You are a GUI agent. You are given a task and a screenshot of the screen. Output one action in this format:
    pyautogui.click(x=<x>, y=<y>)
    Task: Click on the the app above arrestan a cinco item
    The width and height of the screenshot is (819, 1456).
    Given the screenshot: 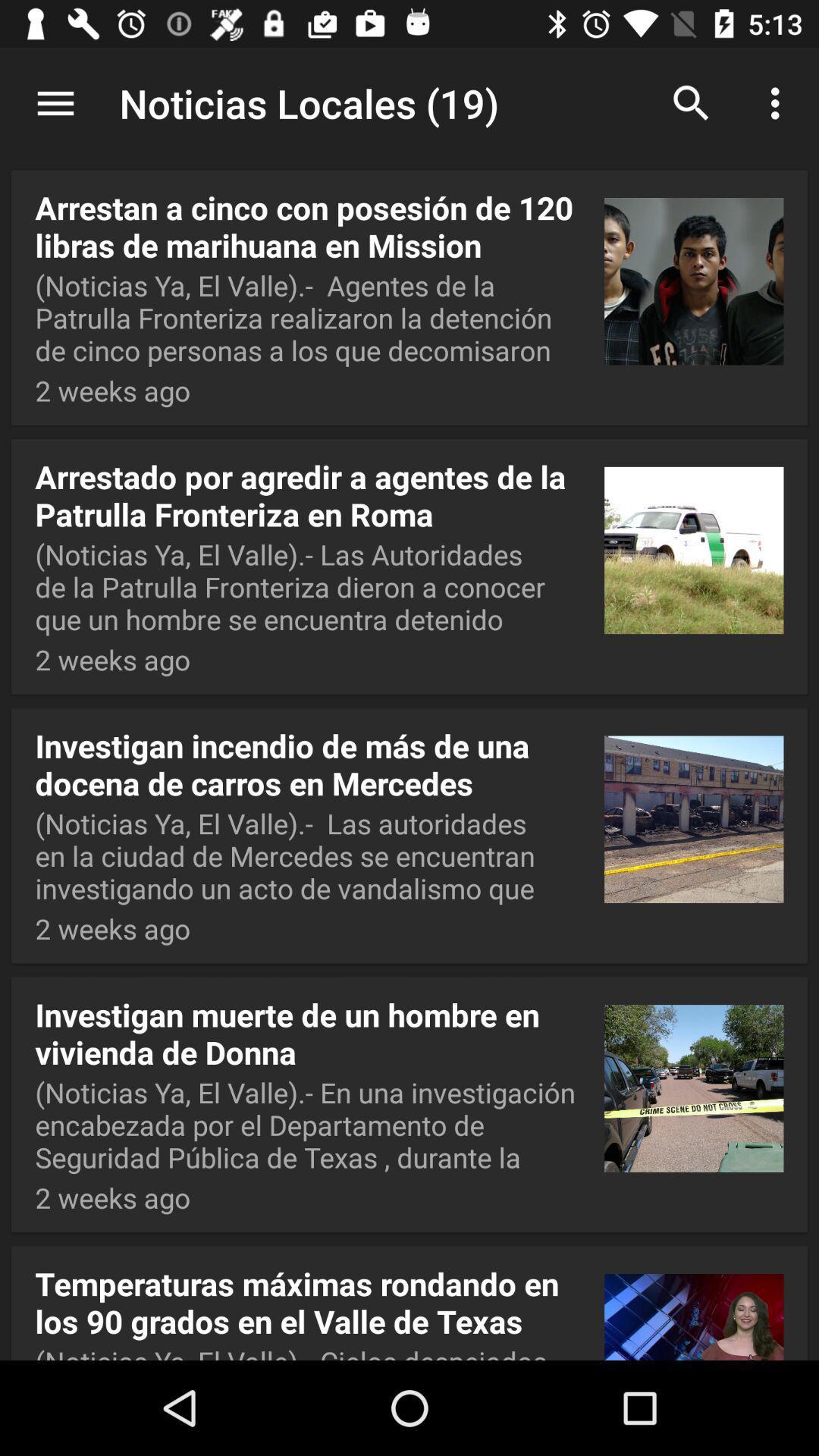 What is the action you would take?
    pyautogui.click(x=409, y=105)
    